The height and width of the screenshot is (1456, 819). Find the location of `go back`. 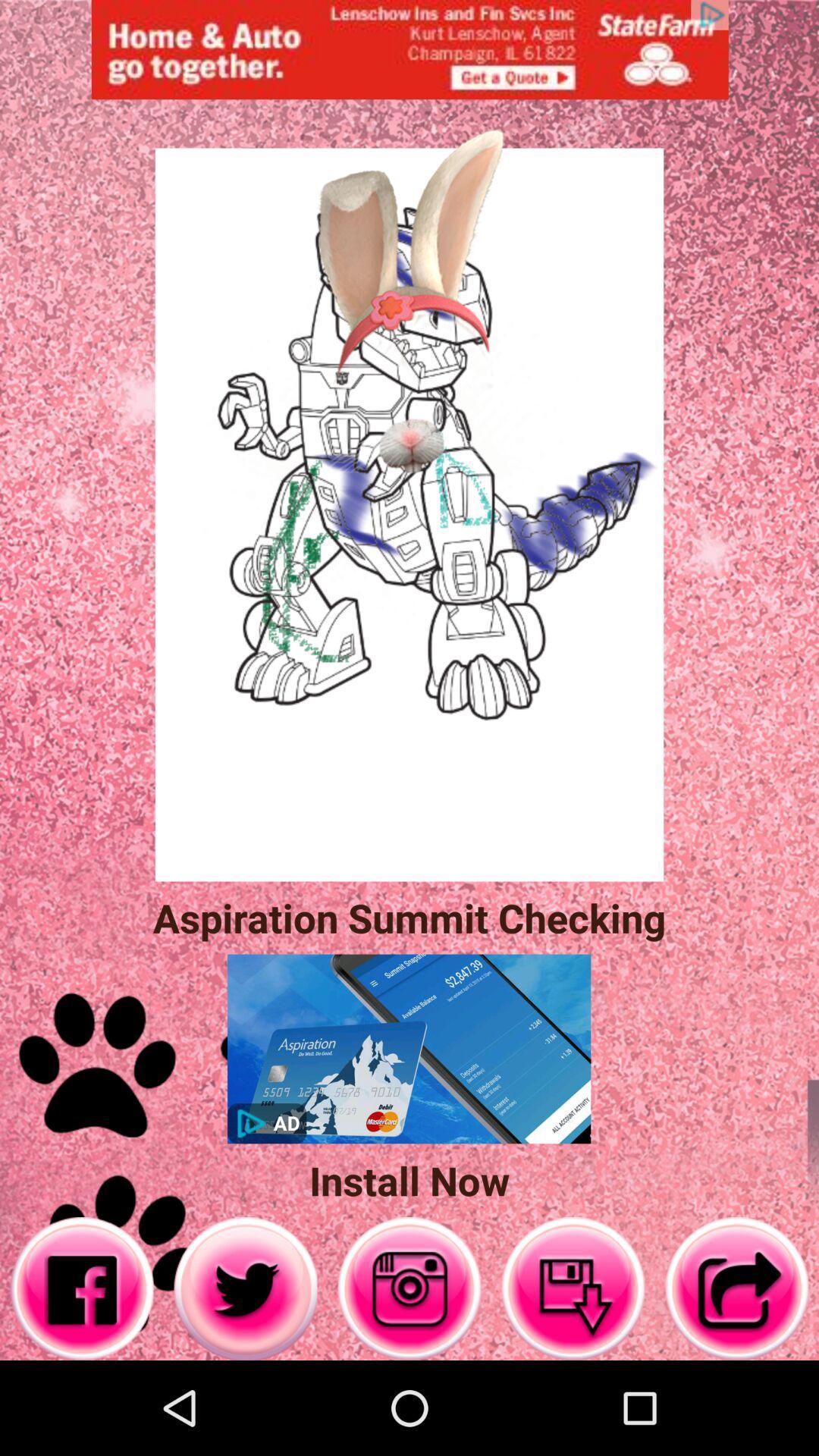

go back is located at coordinates (736, 1288).